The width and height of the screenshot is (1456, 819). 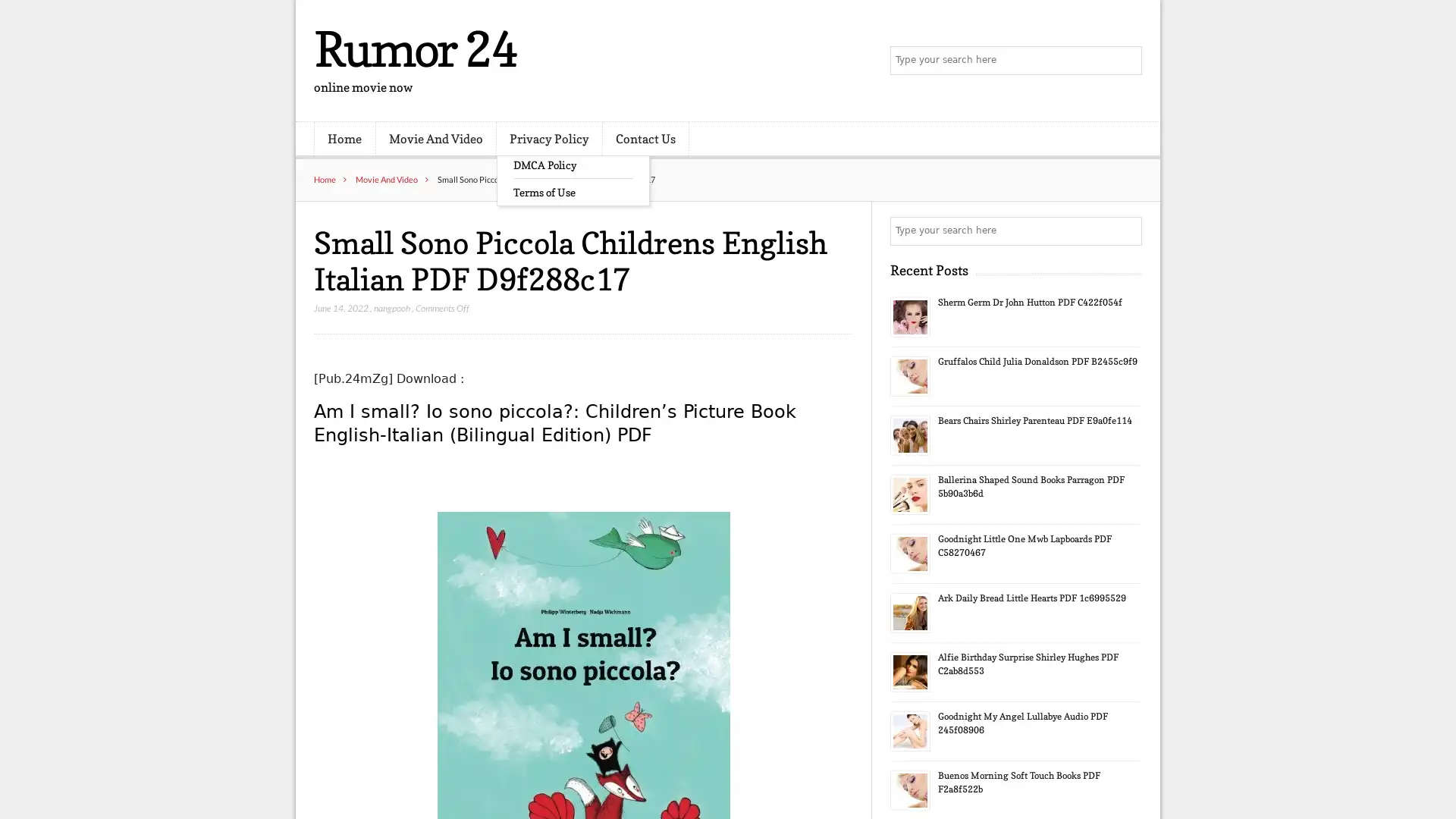 What do you see at coordinates (1126, 231) in the screenshot?
I see `Search` at bounding box center [1126, 231].